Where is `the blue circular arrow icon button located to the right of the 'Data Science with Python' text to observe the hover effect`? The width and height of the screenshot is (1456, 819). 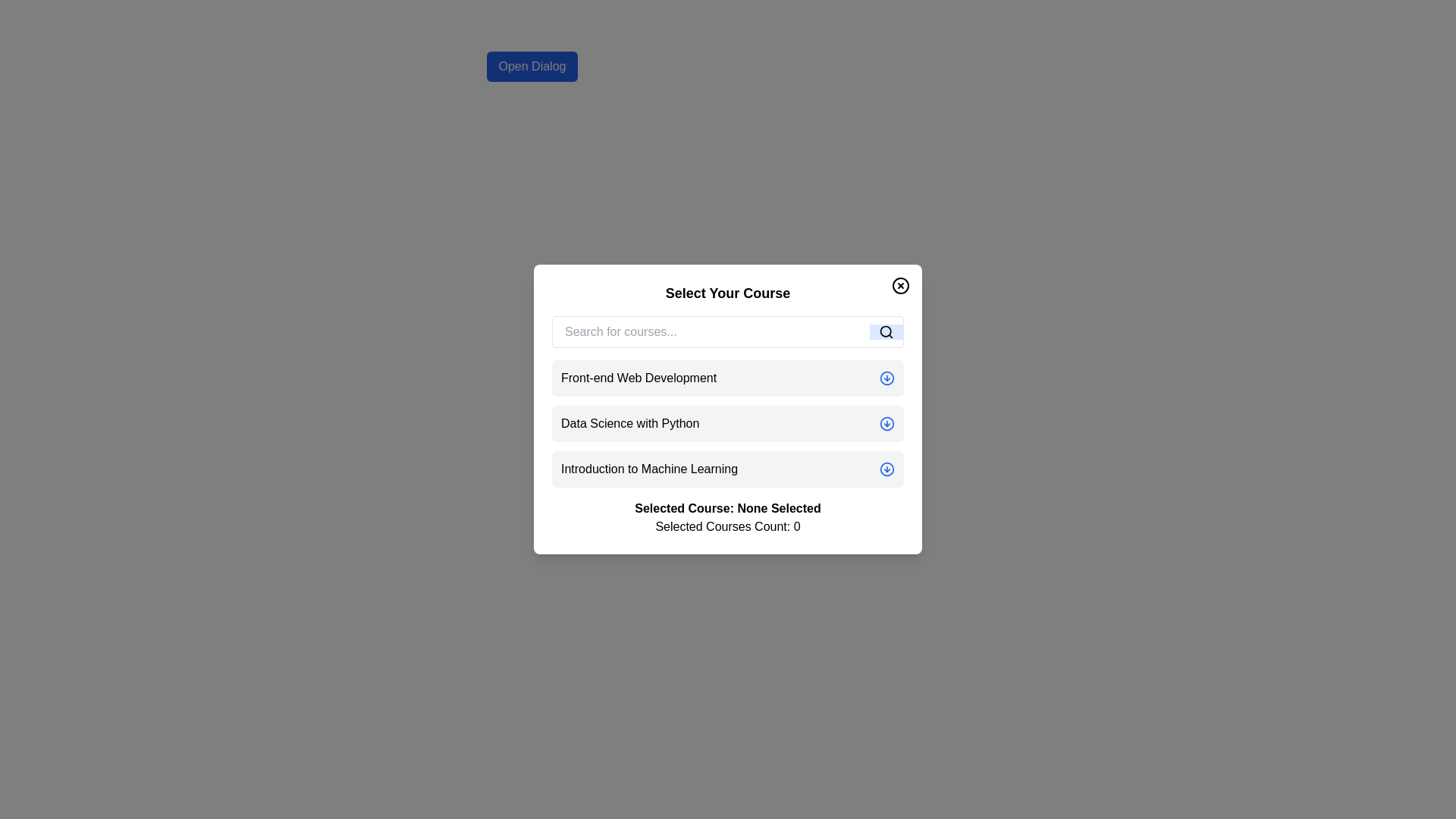 the blue circular arrow icon button located to the right of the 'Data Science with Python' text to observe the hover effect is located at coordinates (887, 424).